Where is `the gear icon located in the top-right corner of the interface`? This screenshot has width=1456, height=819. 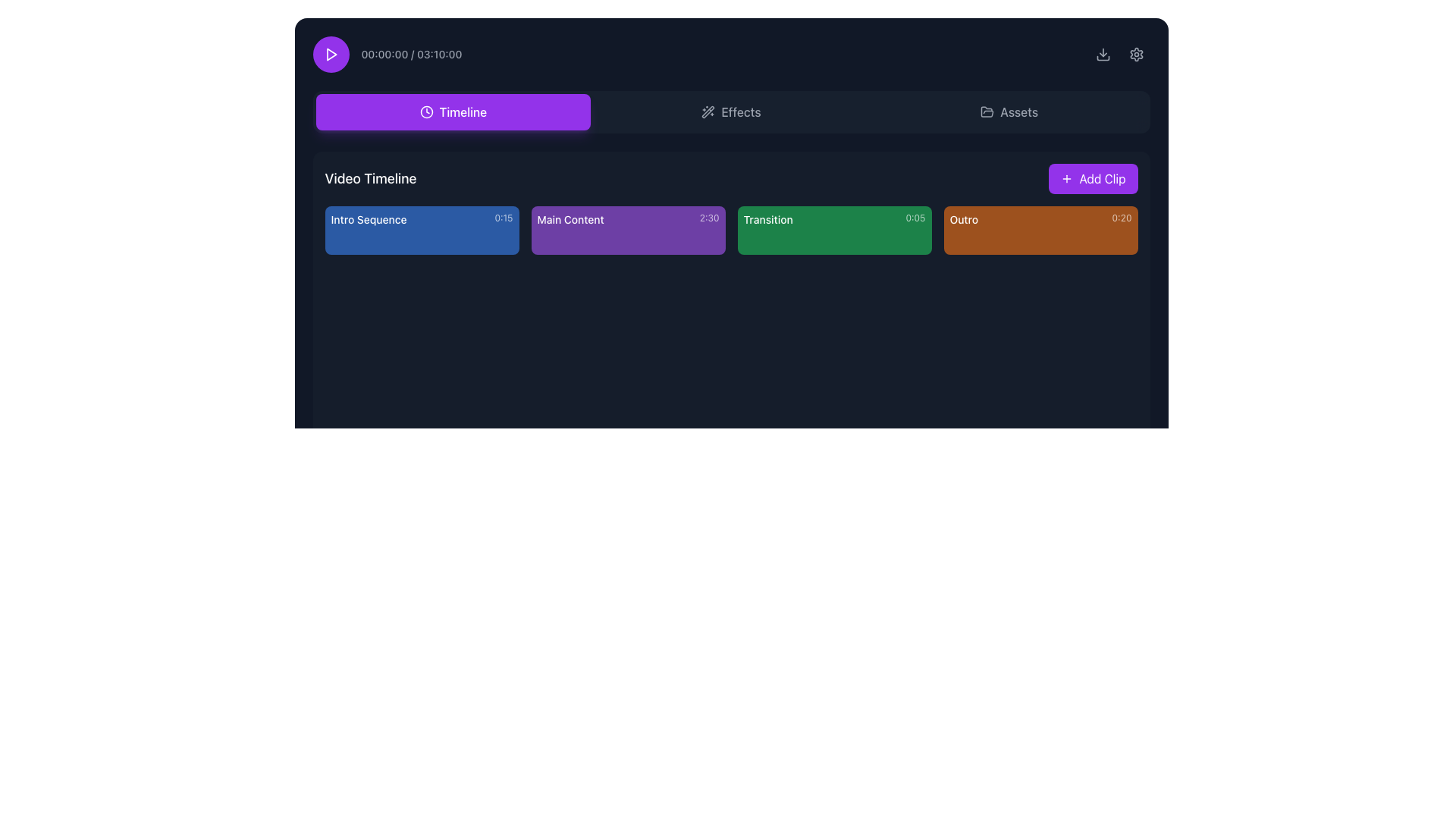 the gear icon located in the top-right corner of the interface is located at coordinates (1136, 54).